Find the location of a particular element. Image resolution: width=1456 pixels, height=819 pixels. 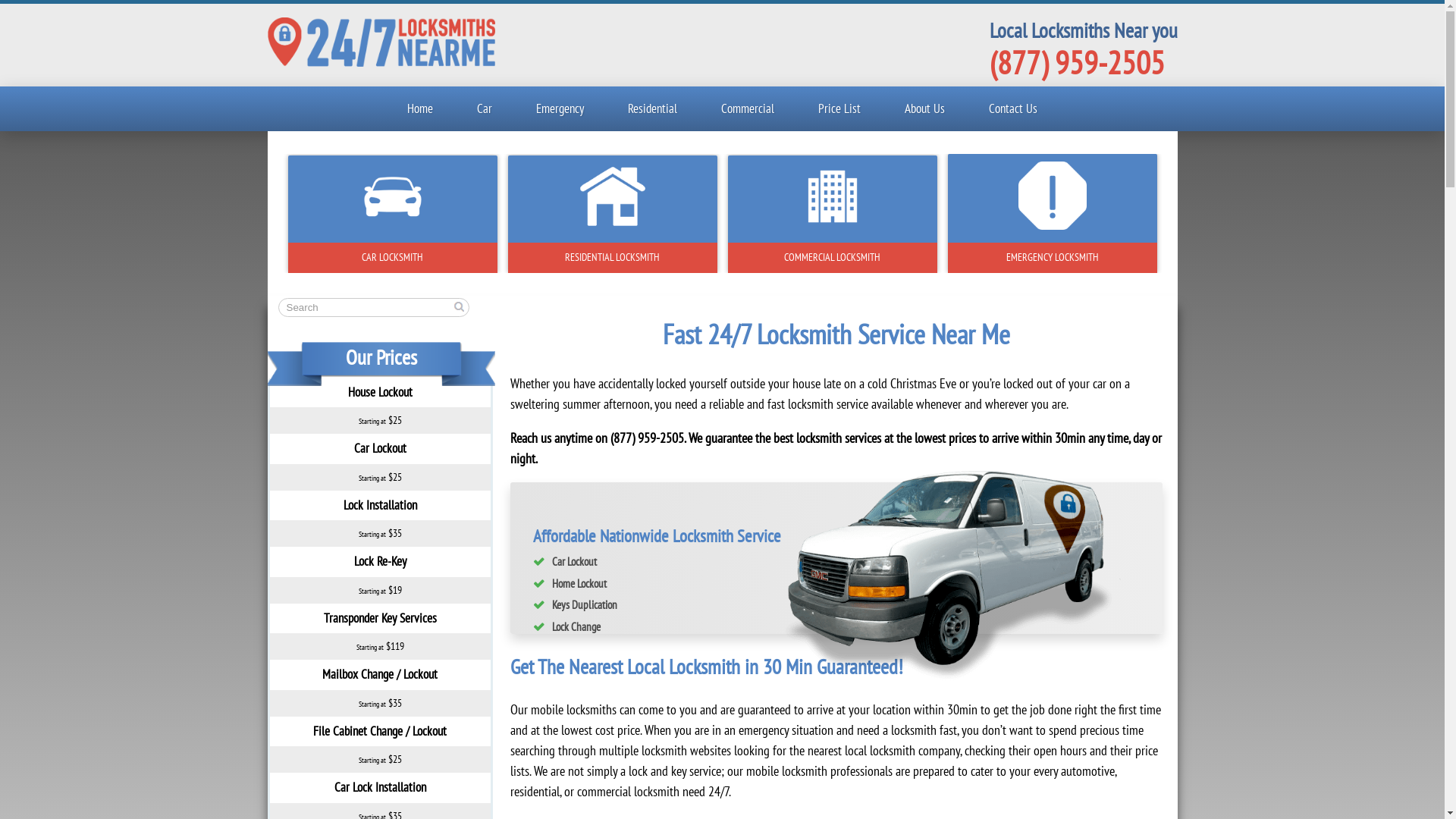

'Home' is located at coordinates (419, 108).